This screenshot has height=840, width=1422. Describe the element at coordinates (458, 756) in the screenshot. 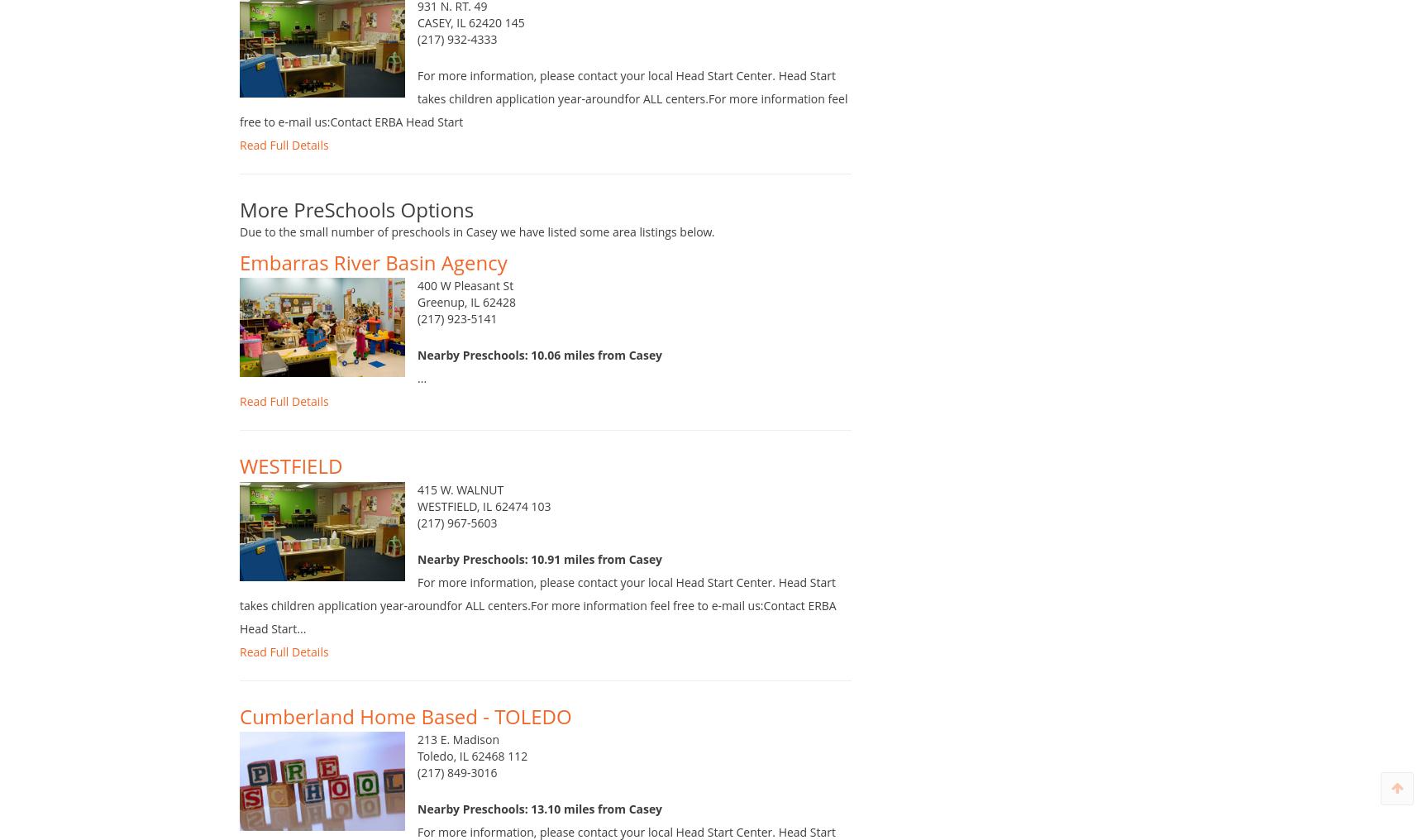

I see `'213 E. Madison'` at that location.